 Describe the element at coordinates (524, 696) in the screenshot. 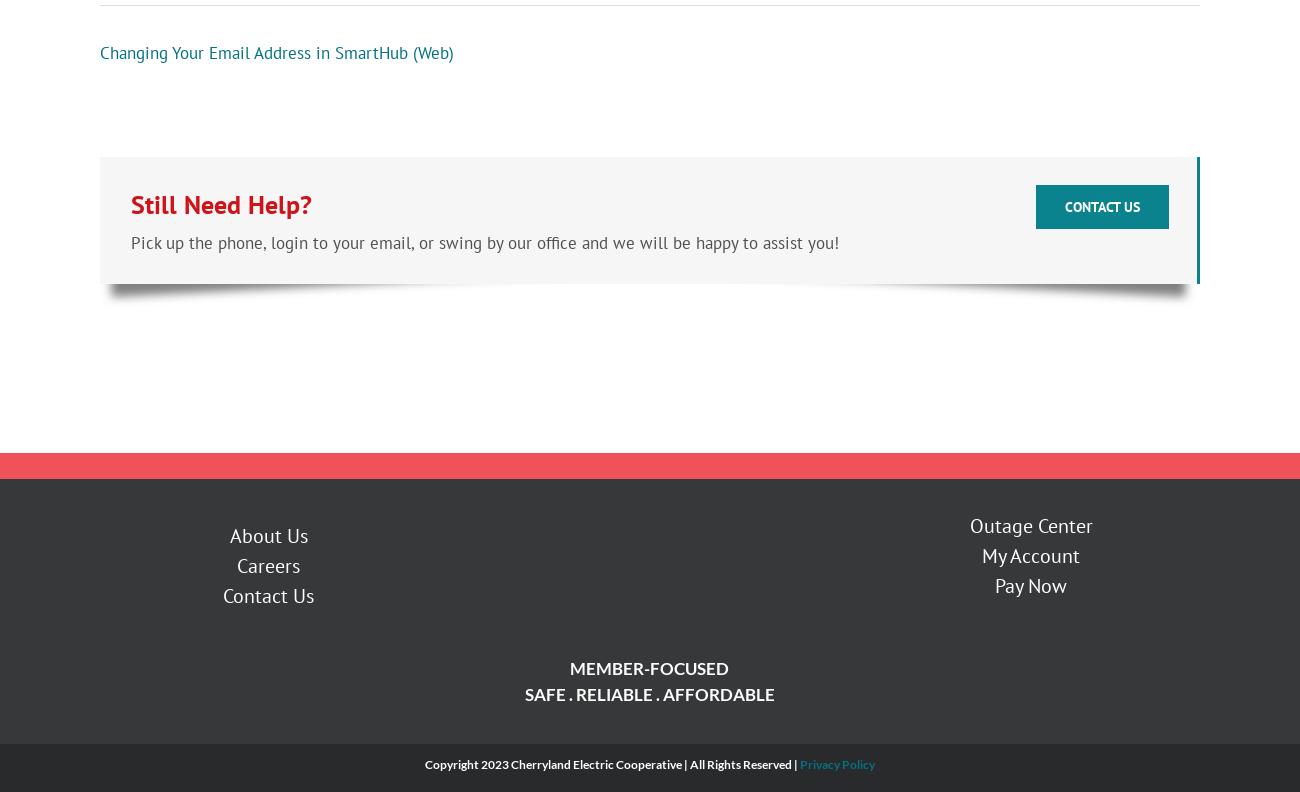

I see `'SAFE . RELIABLE . AFFORDABLE'` at that location.